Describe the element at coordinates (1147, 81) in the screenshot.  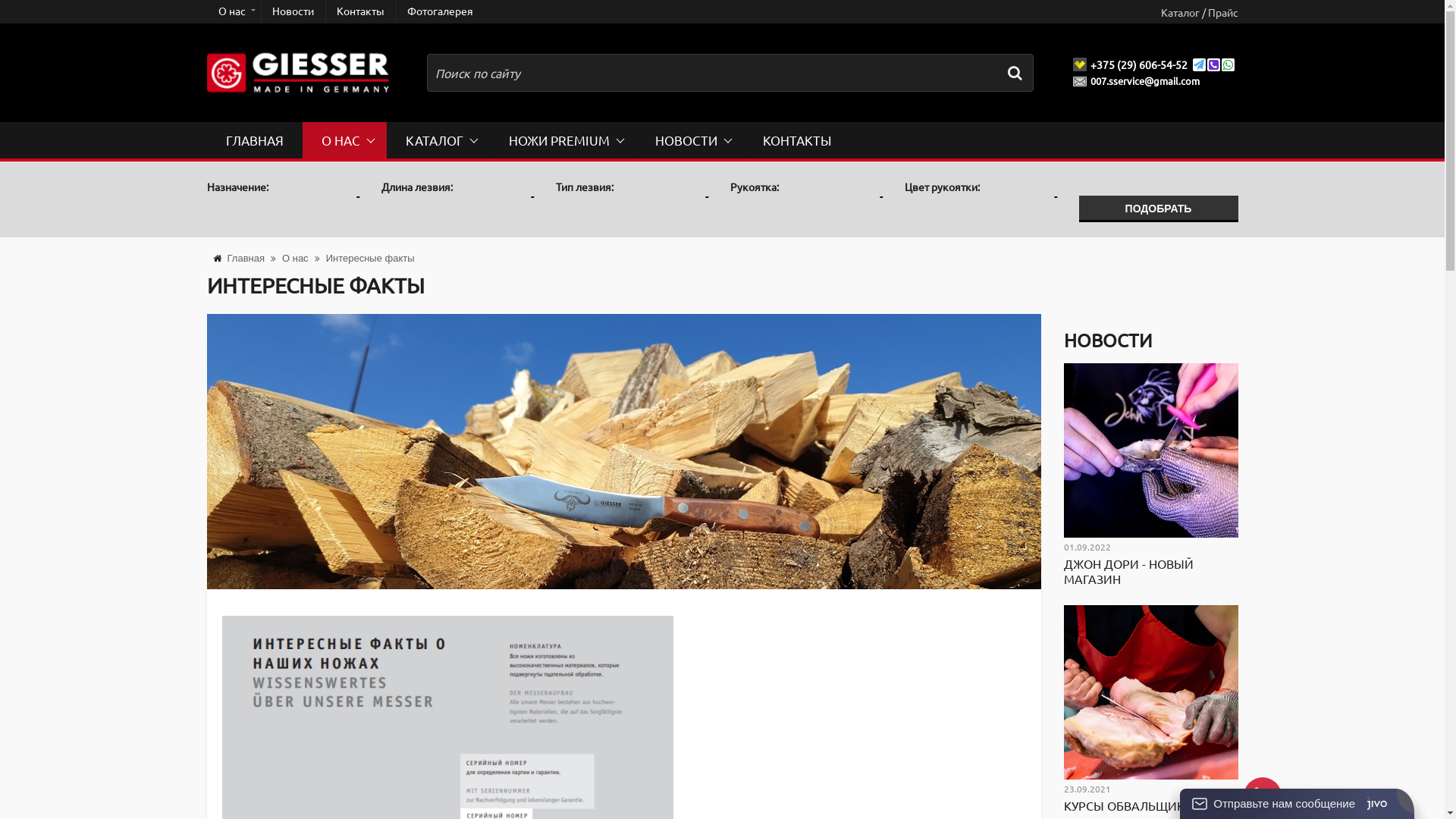
I see `'007.sservice@gmail.com'` at that location.